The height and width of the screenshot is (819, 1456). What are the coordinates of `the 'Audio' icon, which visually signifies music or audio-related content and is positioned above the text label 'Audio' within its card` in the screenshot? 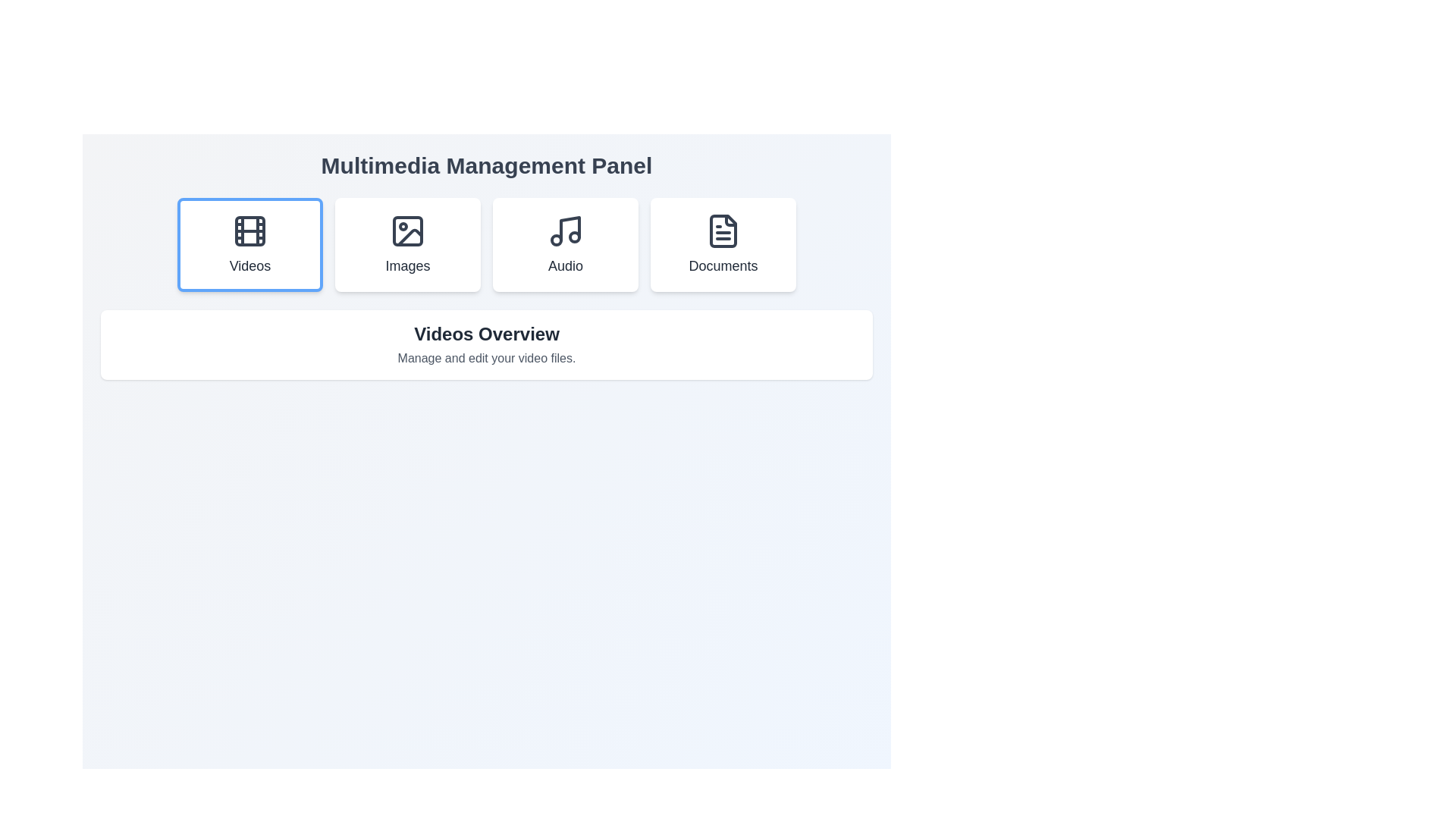 It's located at (564, 231).